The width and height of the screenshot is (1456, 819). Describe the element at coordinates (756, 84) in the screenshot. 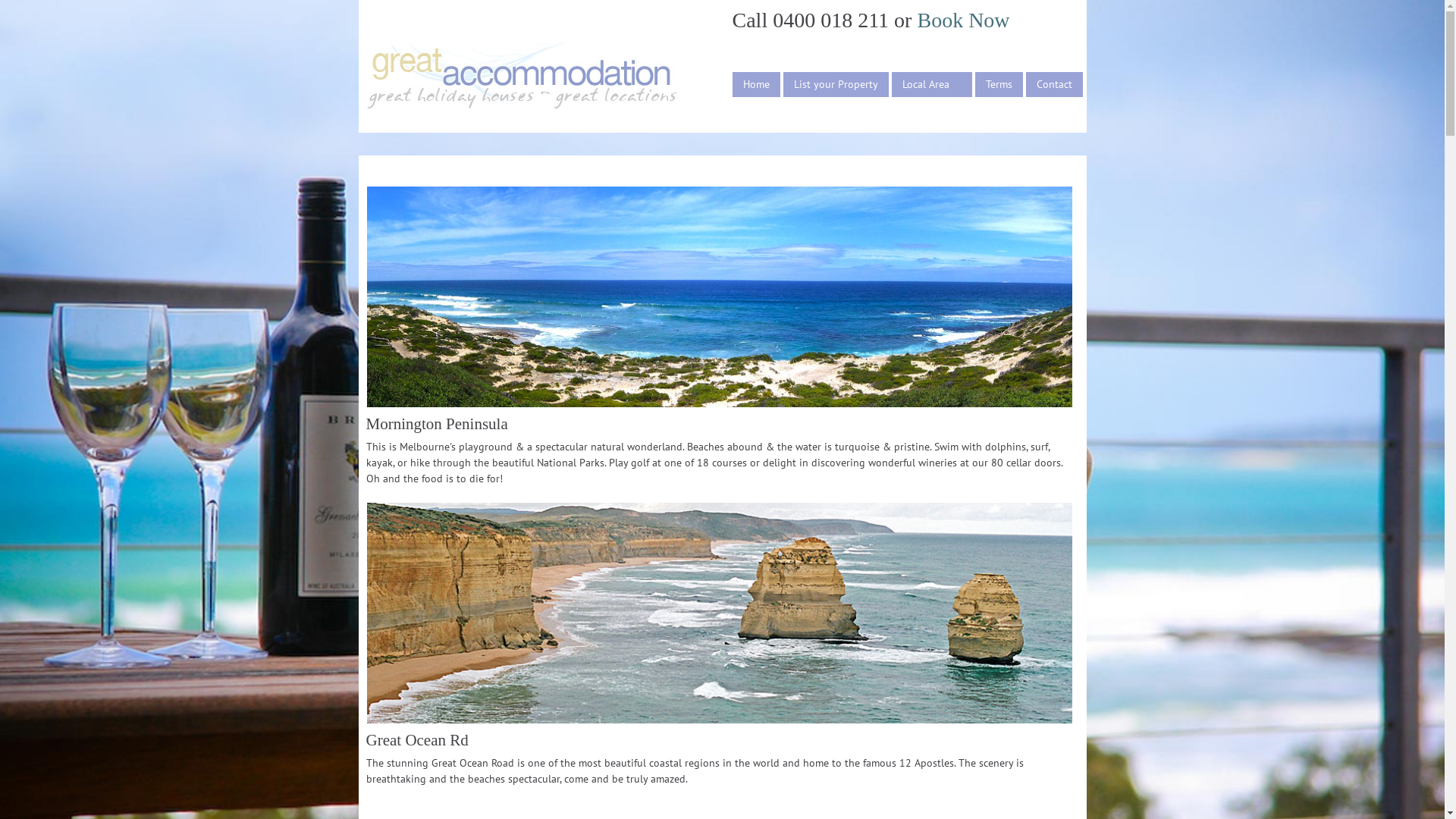

I see `'Home'` at that location.